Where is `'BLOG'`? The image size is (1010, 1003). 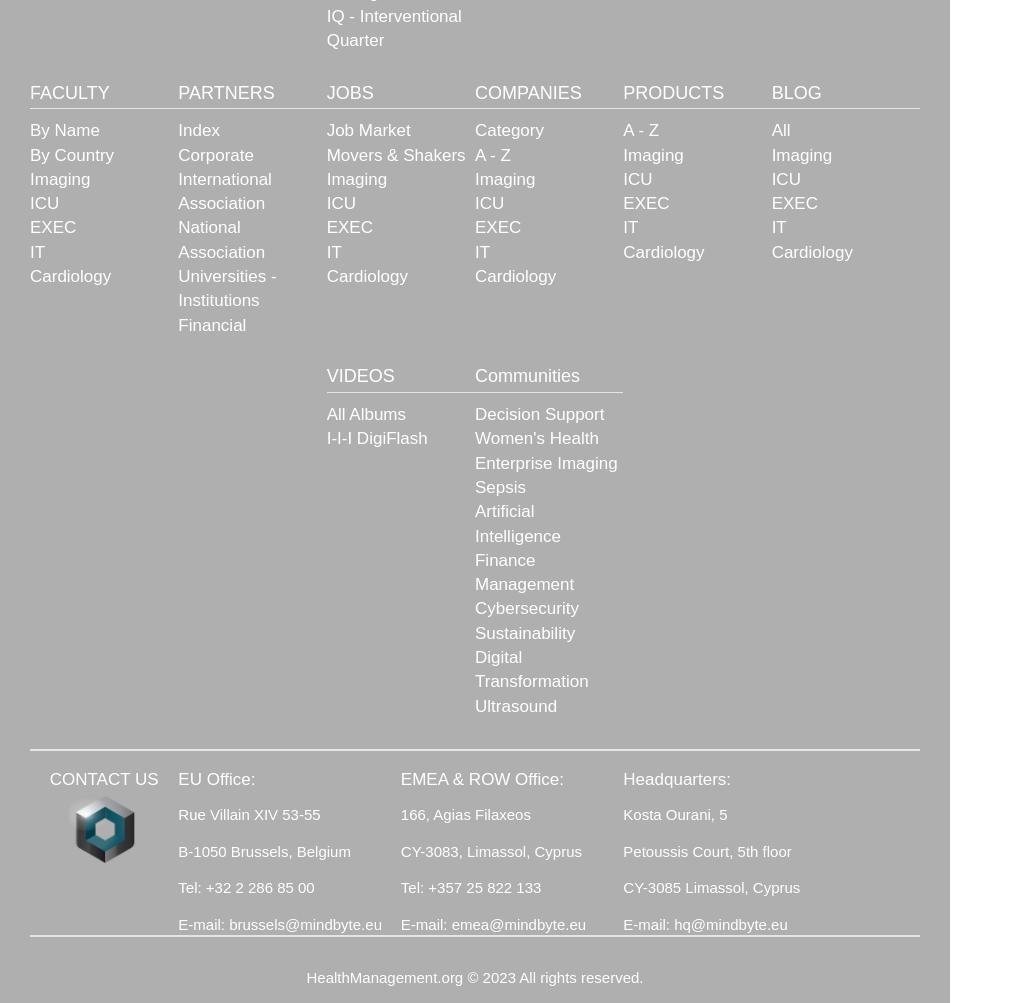
'BLOG' is located at coordinates (795, 91).